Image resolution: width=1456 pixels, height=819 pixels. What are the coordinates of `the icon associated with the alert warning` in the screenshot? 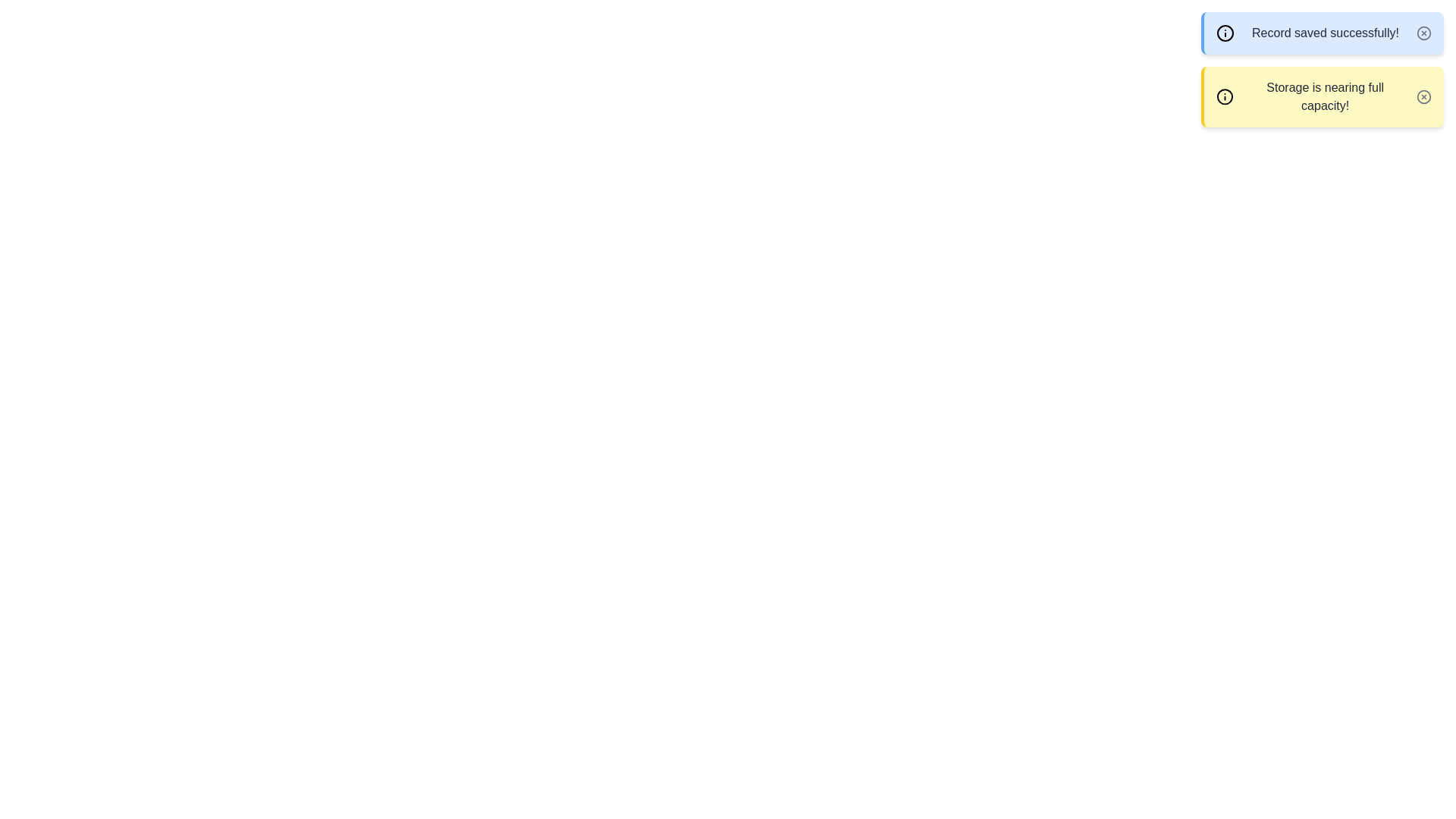 It's located at (1225, 96).